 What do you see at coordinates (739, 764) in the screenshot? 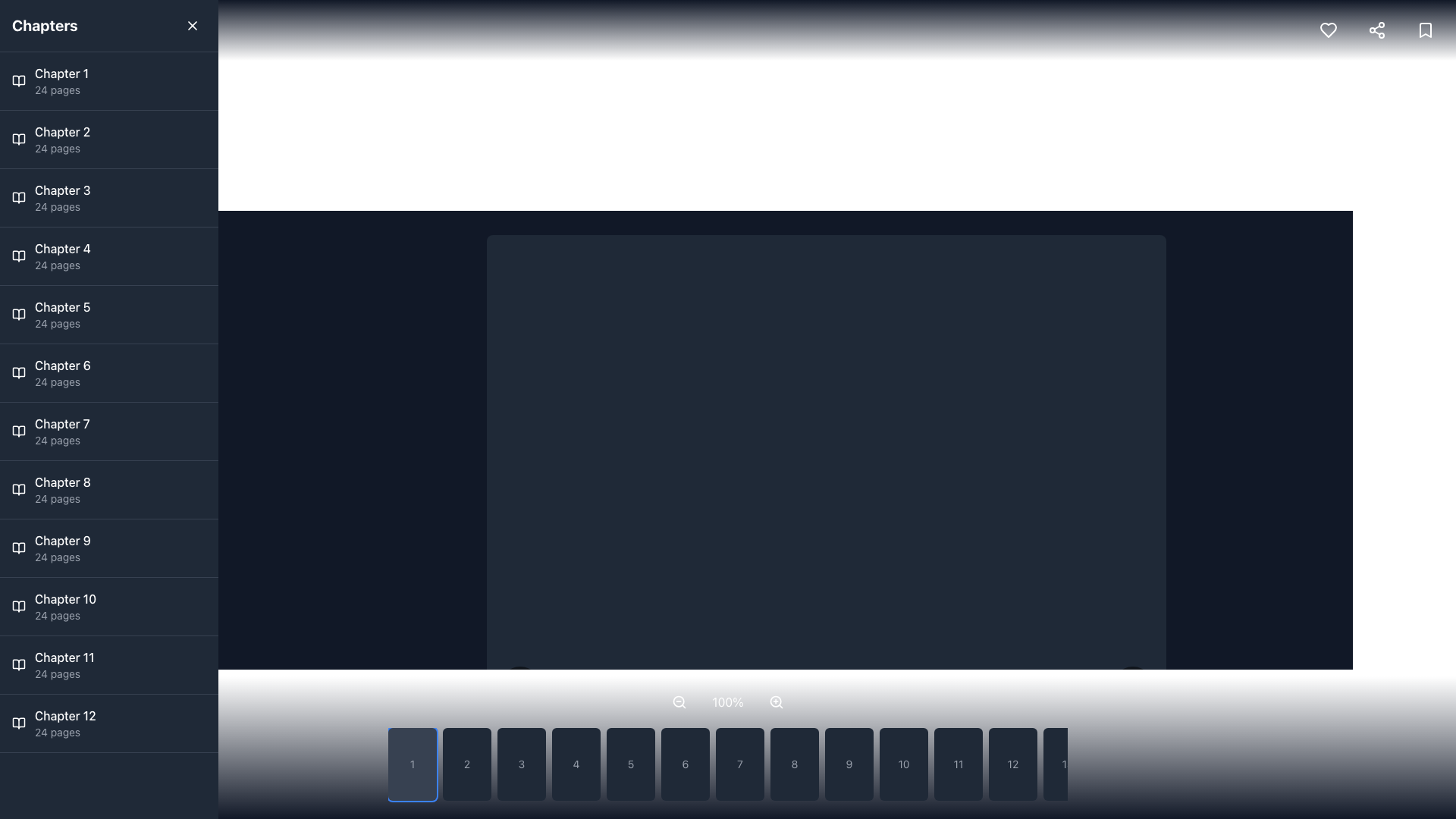
I see `the button labeled '7' with a dark gray background for keyboard interaction` at bounding box center [739, 764].